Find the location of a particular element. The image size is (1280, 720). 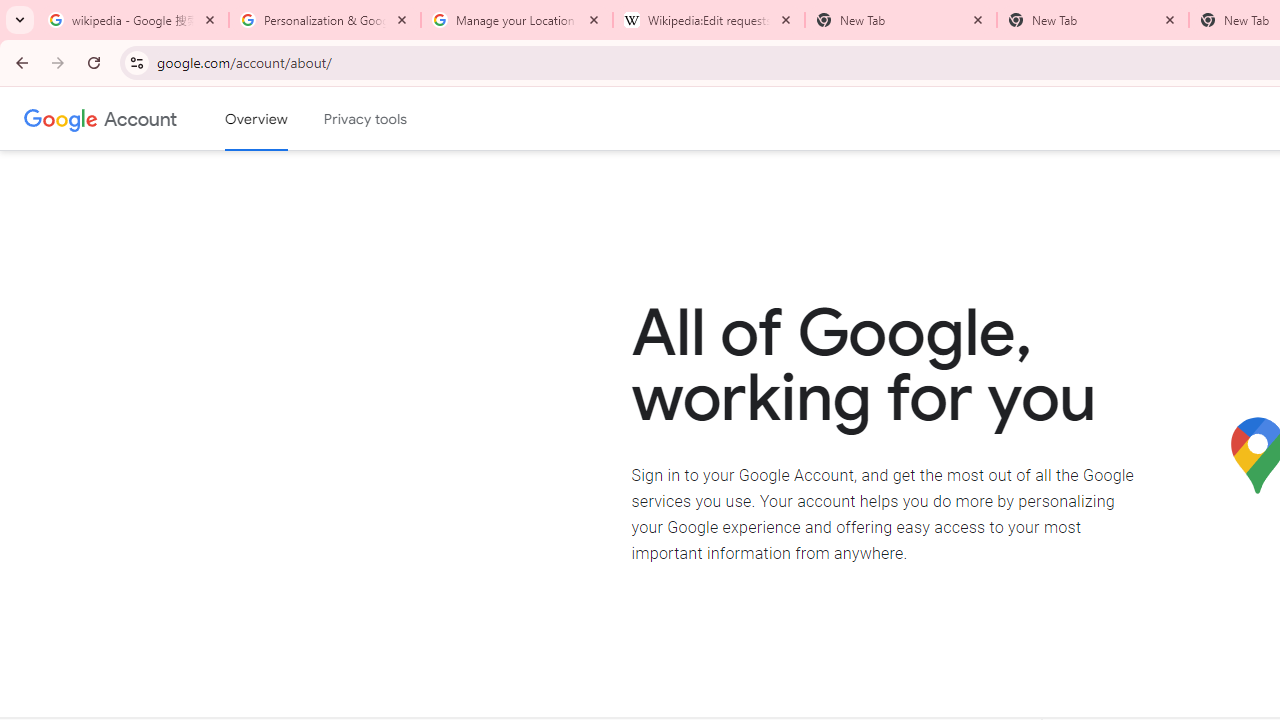

'Skip to Content' is located at coordinates (284, 116).